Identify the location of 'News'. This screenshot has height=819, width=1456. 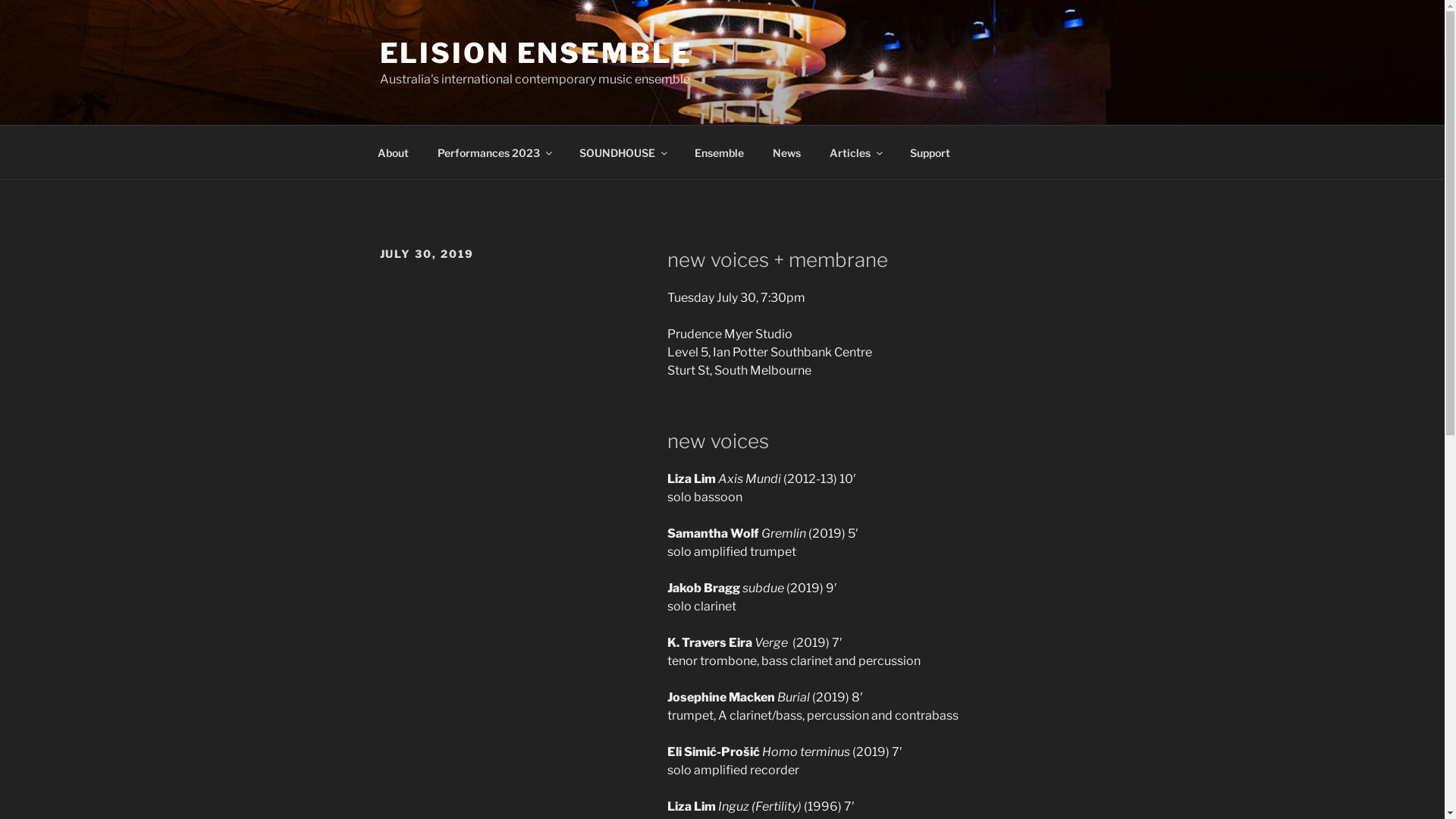
(786, 152).